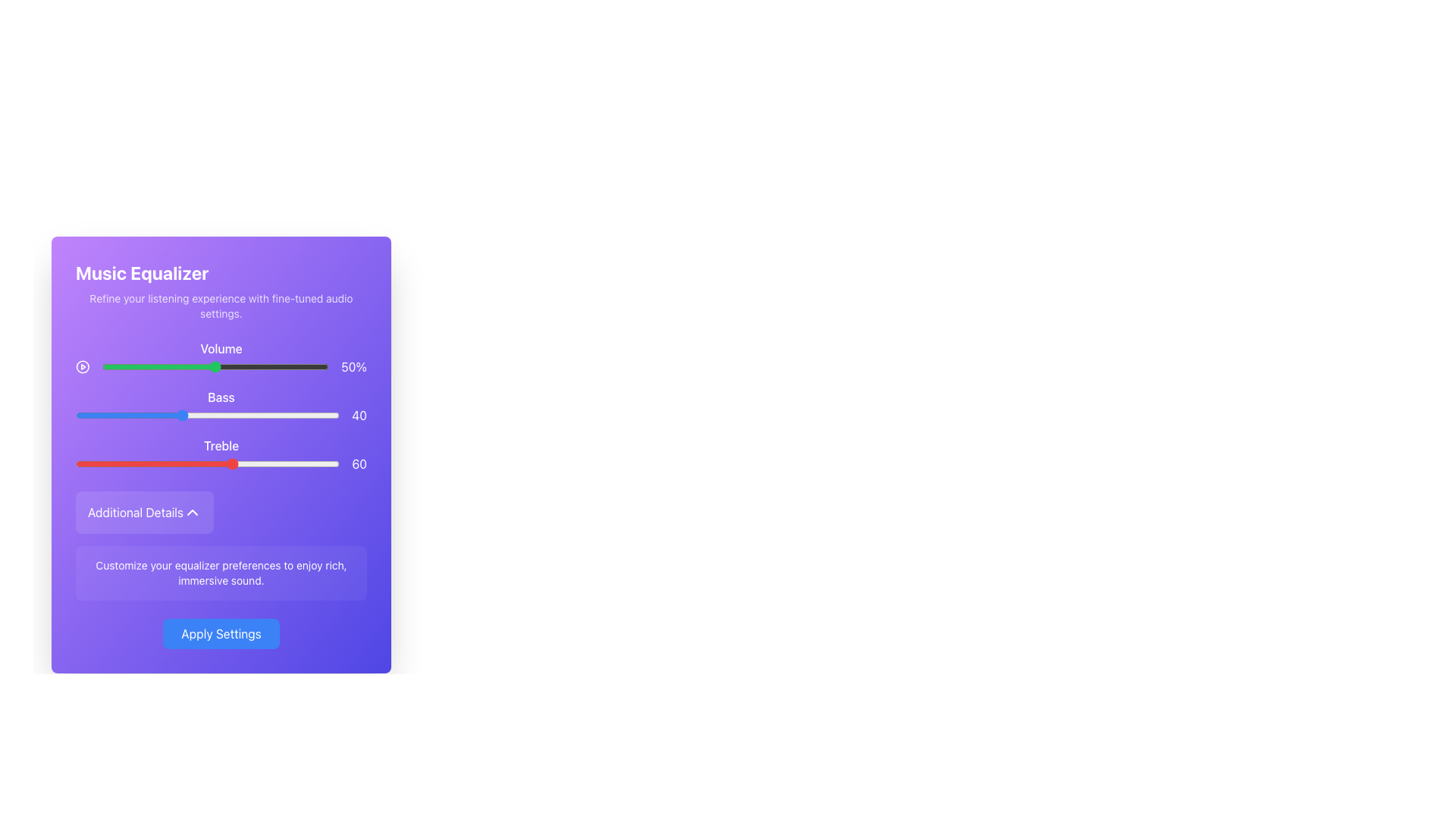 This screenshot has height=819, width=1456. Describe the element at coordinates (127, 366) in the screenshot. I see `the volume` at that location.